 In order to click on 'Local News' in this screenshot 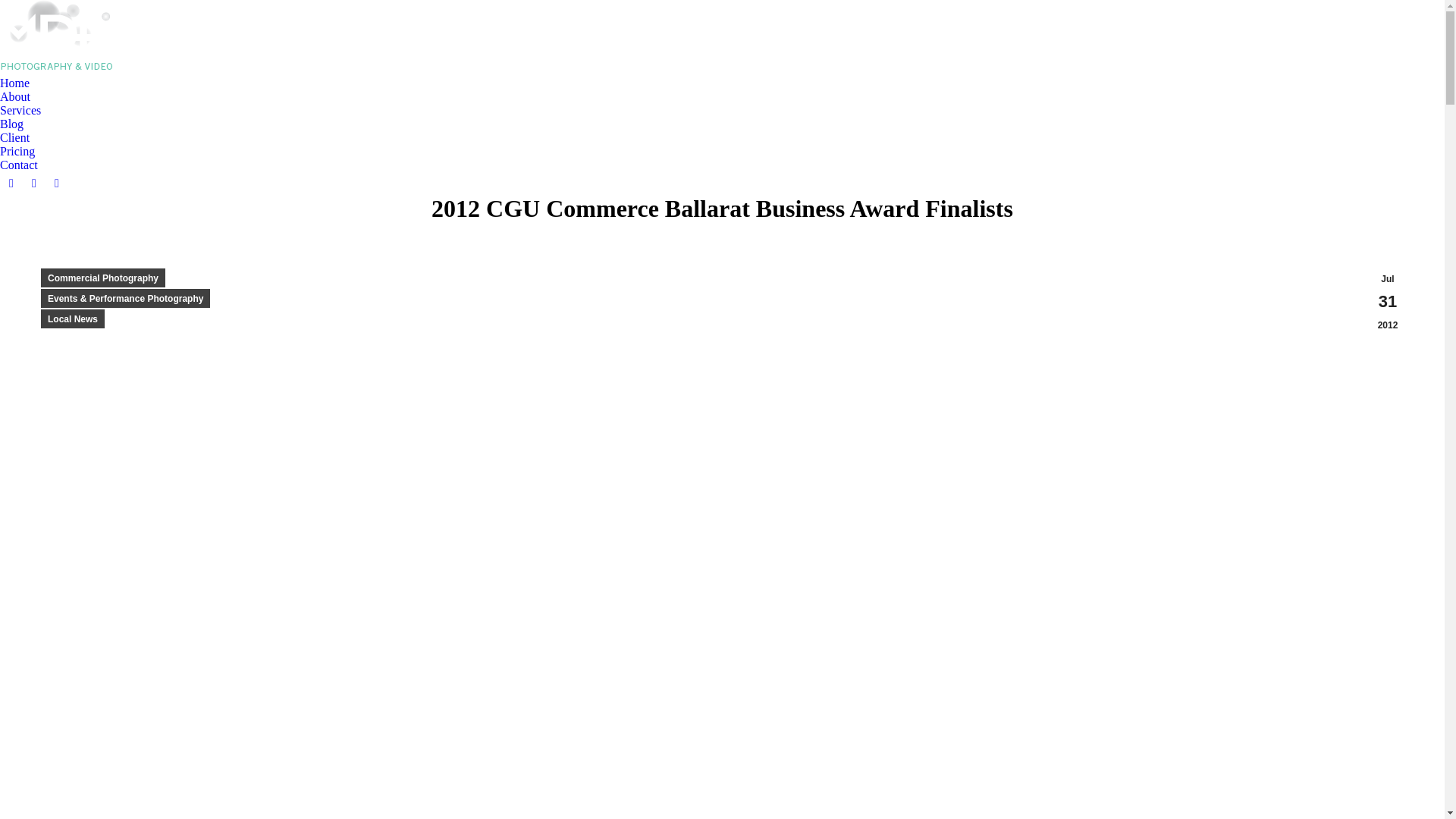, I will do `click(72, 318)`.